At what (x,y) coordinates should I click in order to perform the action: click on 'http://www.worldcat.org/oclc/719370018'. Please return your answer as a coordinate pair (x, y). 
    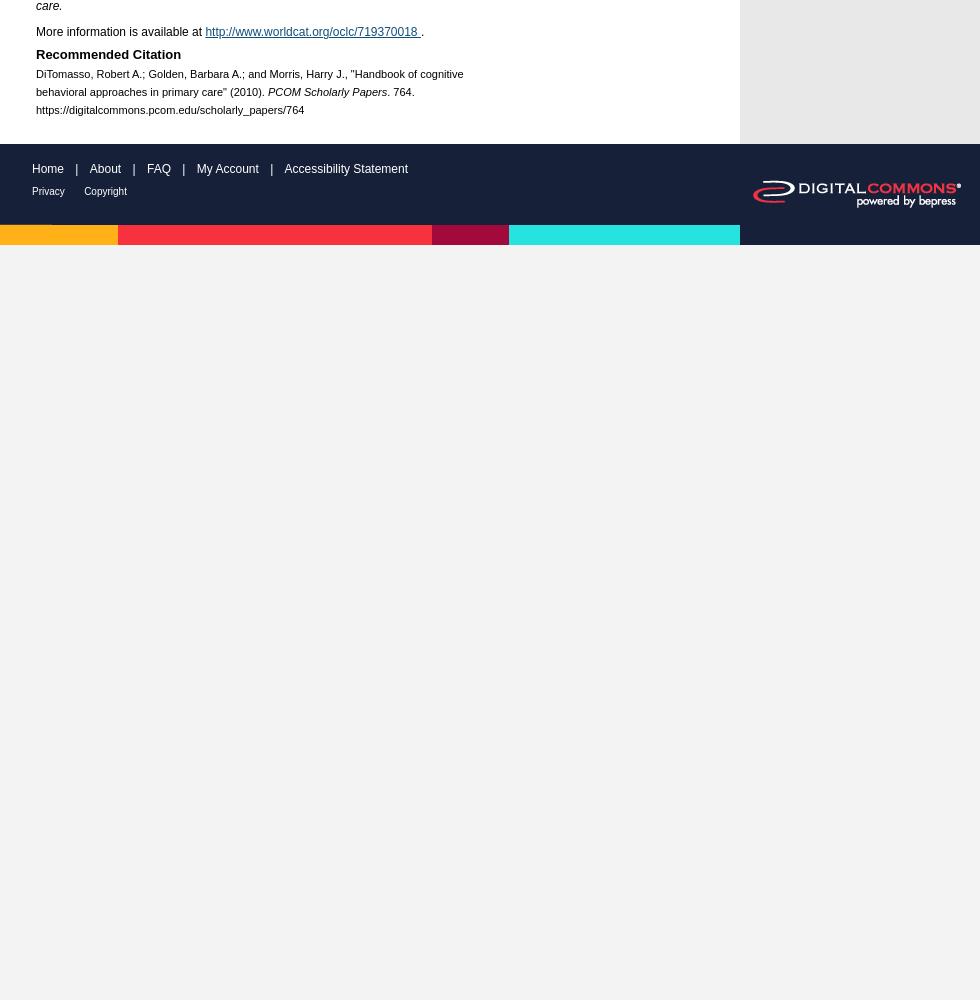
    Looking at the image, I should click on (312, 32).